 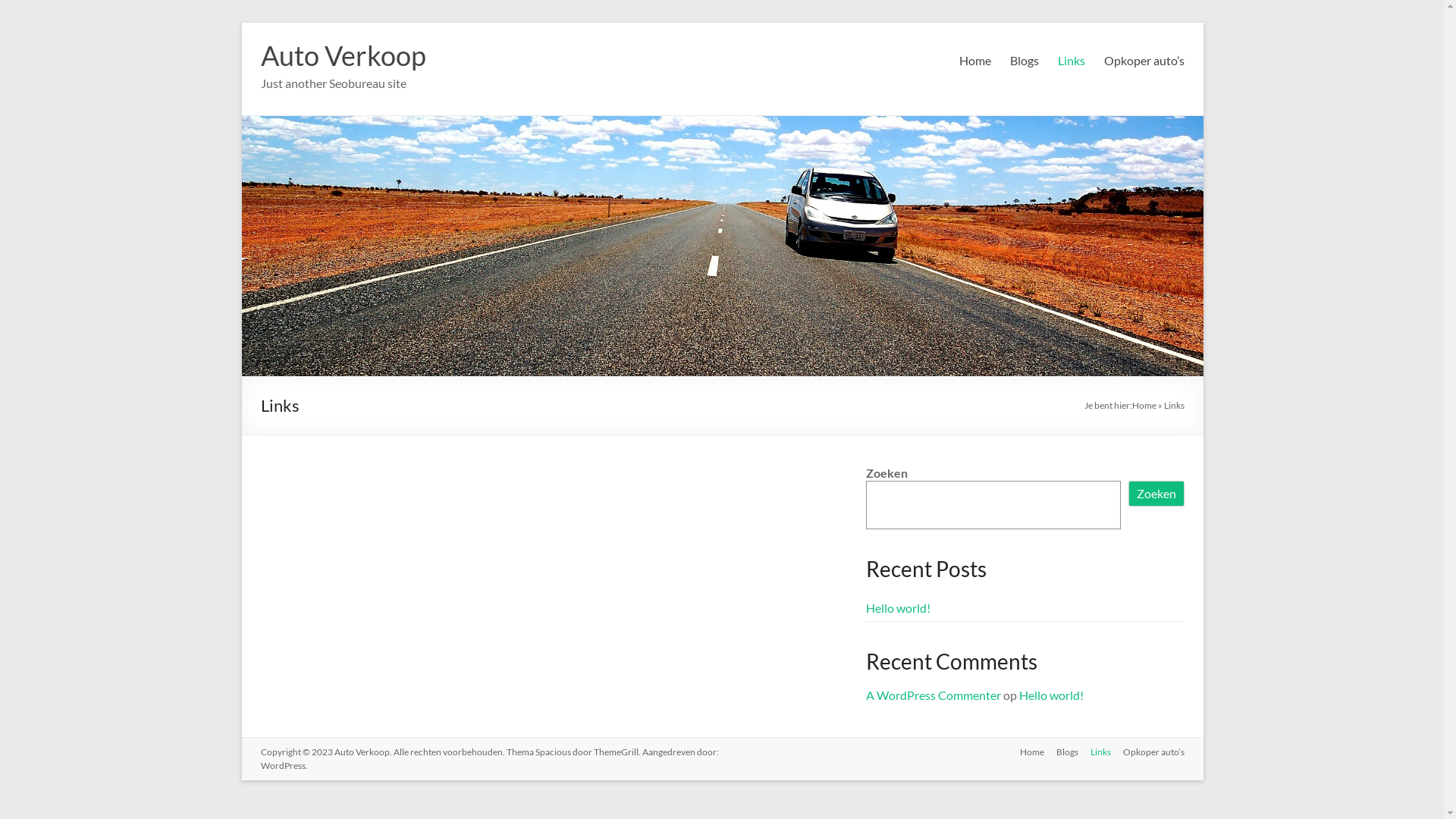 I want to click on 'Blogs', so click(x=1059, y=753).